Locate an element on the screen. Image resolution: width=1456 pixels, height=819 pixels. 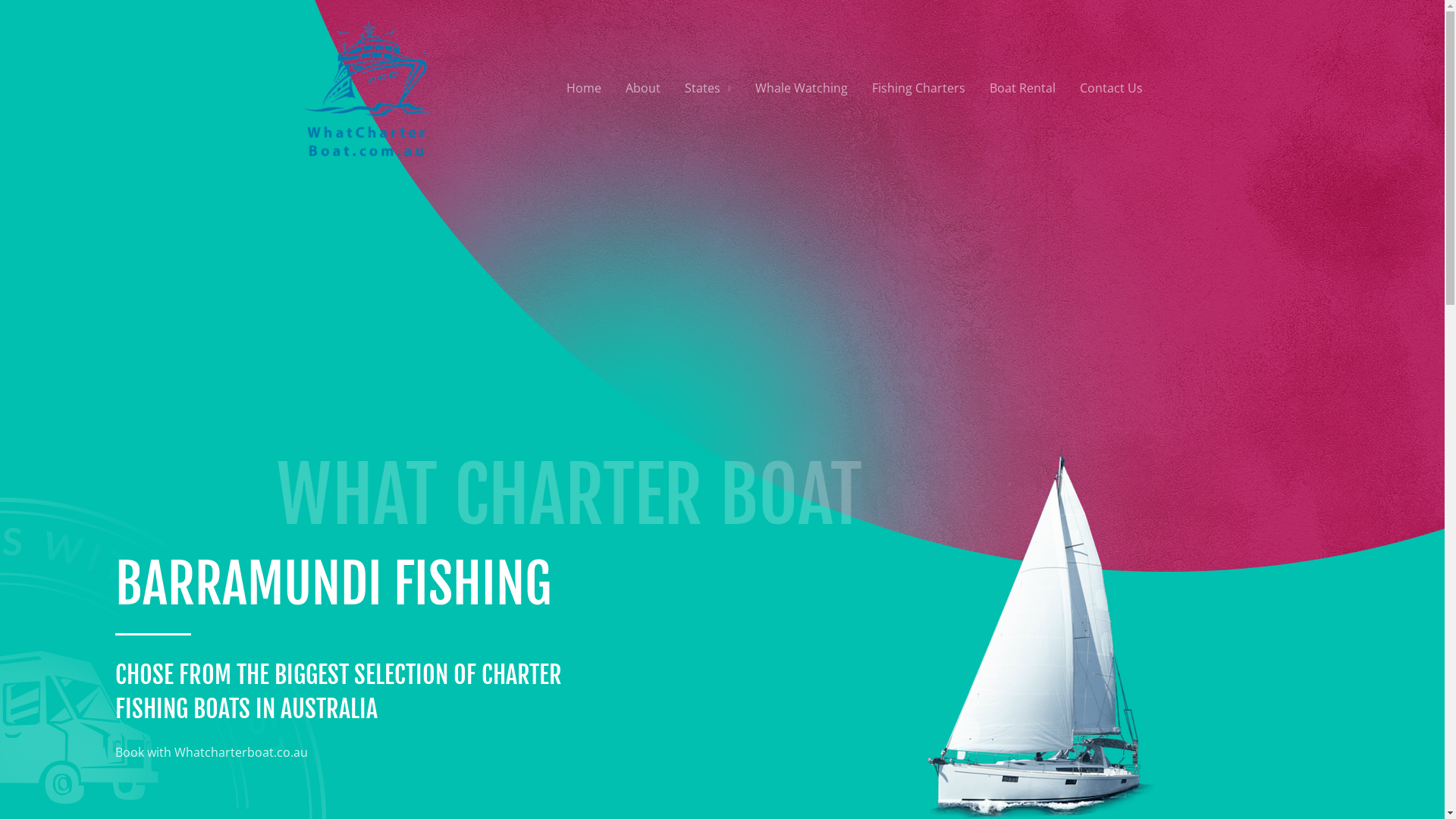
'Whale Watching' is located at coordinates (742, 87).